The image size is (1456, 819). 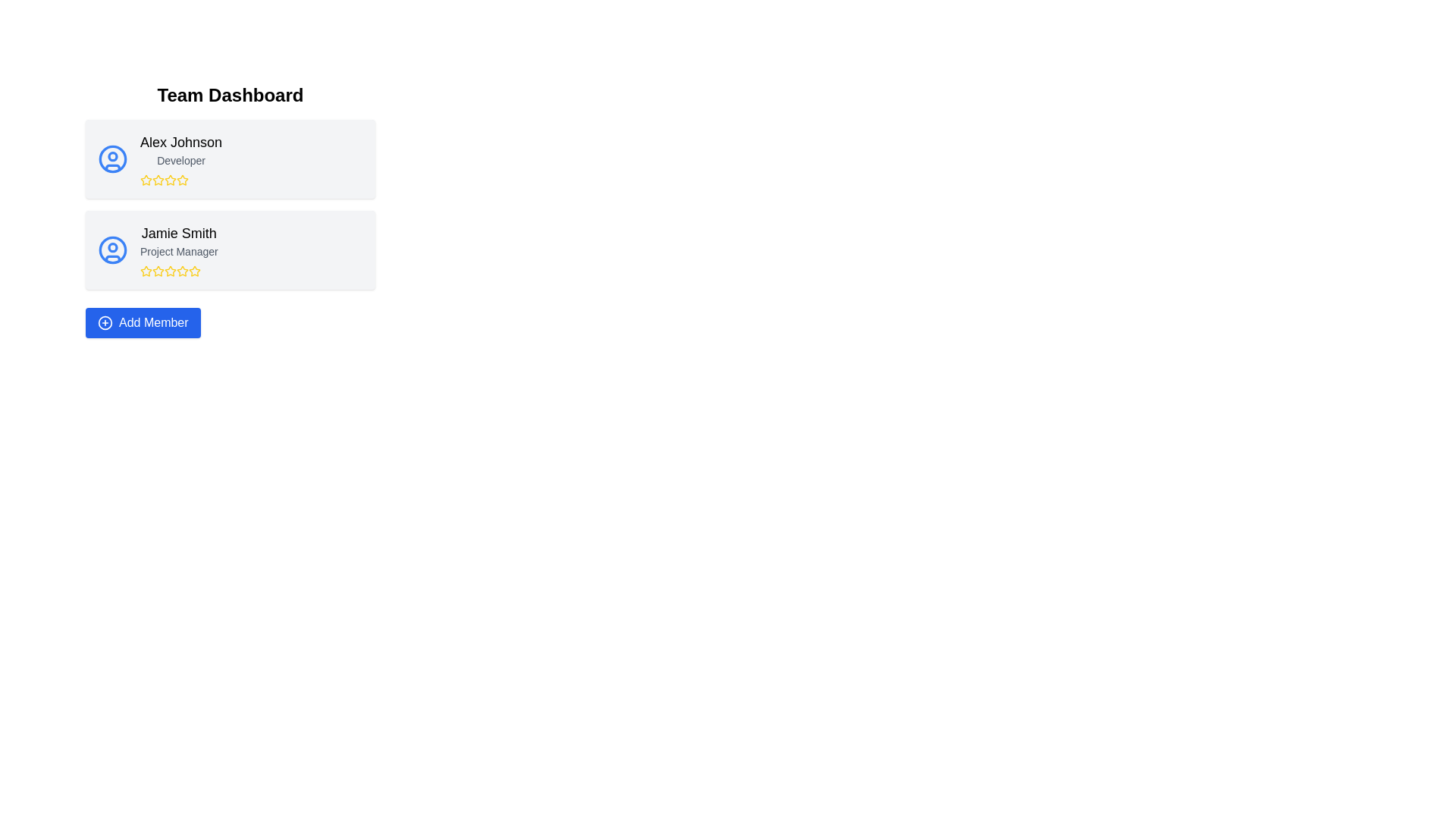 What do you see at coordinates (182, 271) in the screenshot?
I see `the fourth star icon, which is styled with a yellow fill and is part of the rating component for the user card of 'Jamie Smith' in the Team Dashboard interface` at bounding box center [182, 271].